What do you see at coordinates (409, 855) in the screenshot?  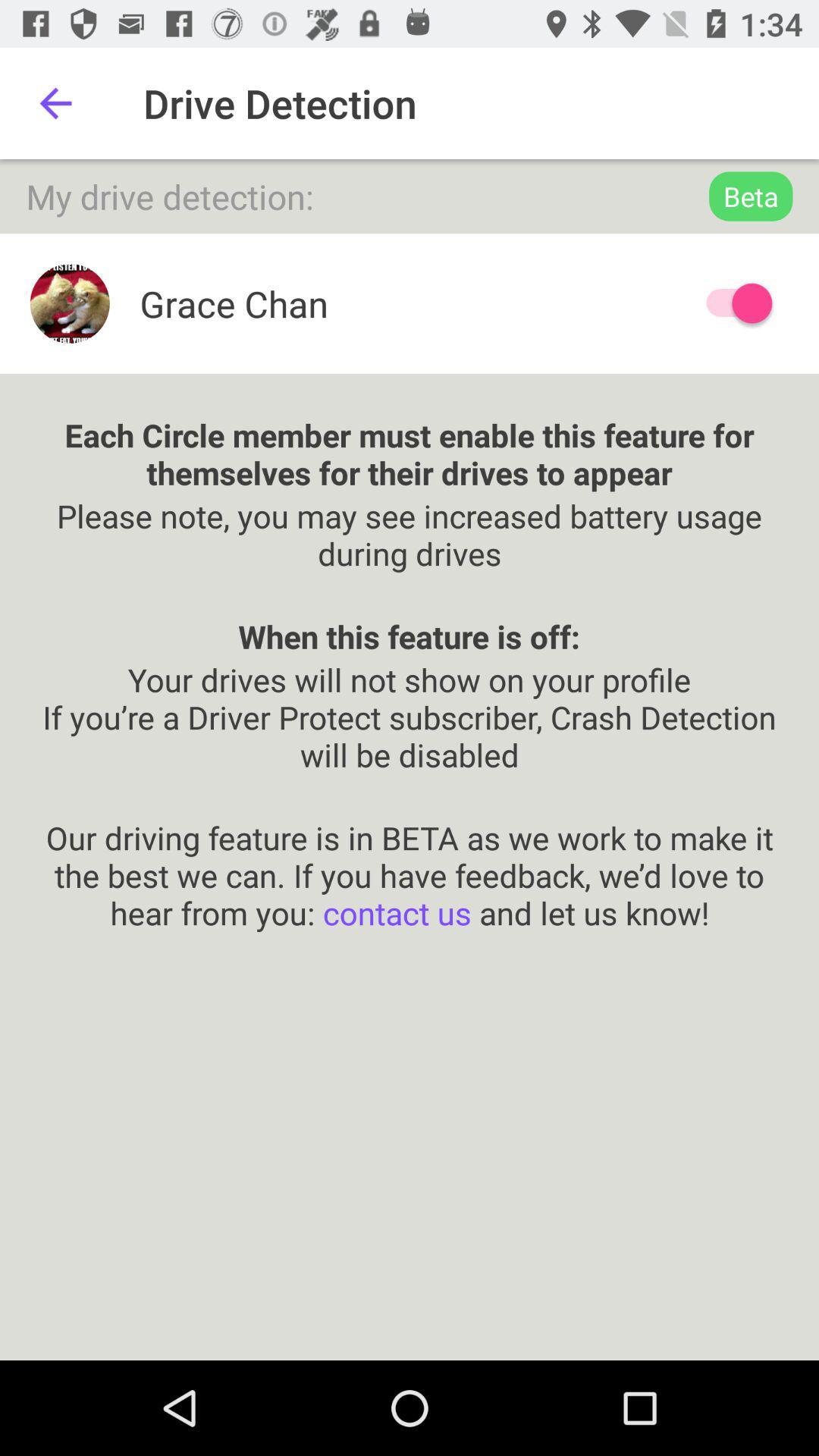 I see `icon below the your drives will item` at bounding box center [409, 855].